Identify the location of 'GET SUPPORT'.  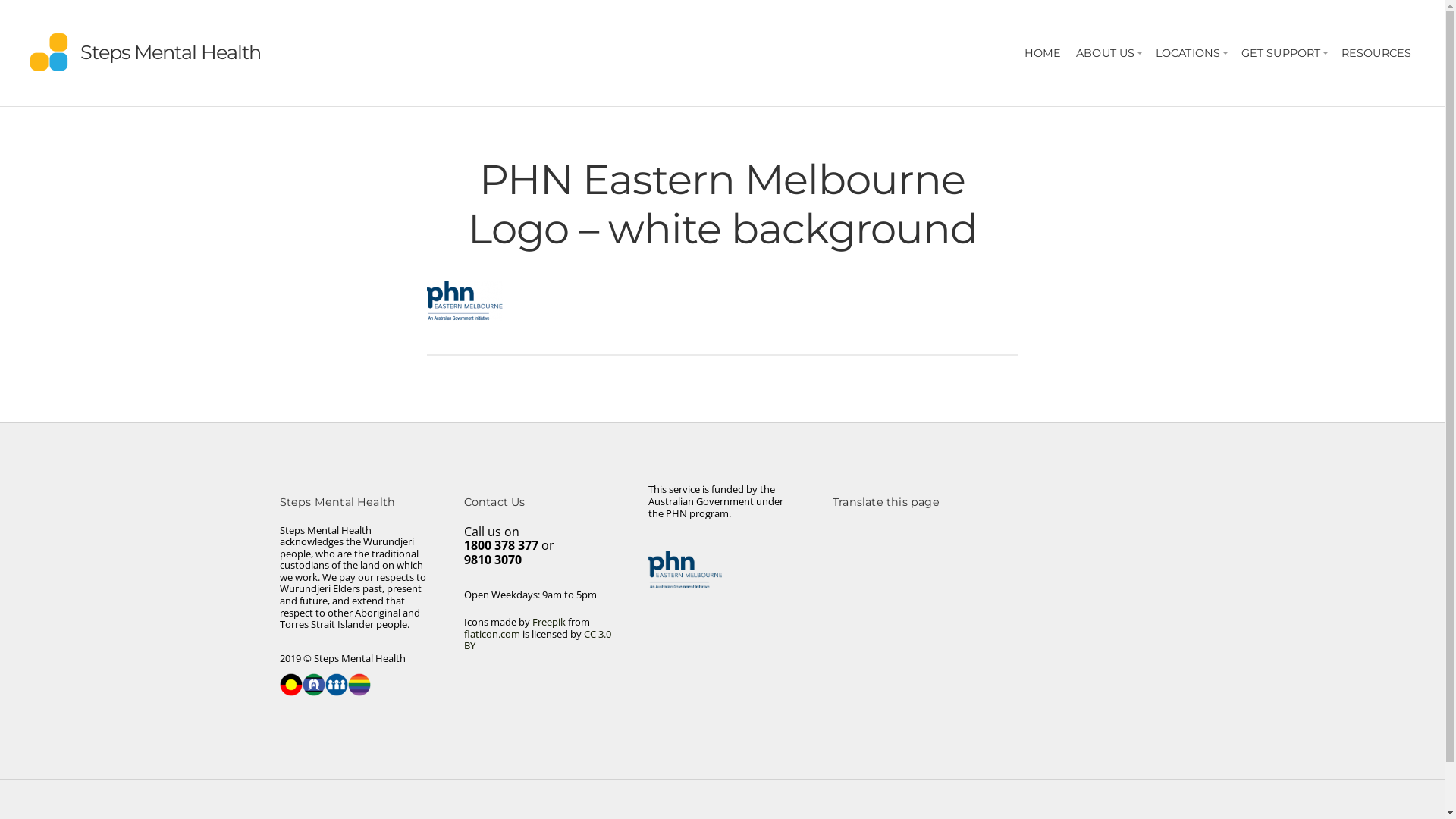
(1235, 52).